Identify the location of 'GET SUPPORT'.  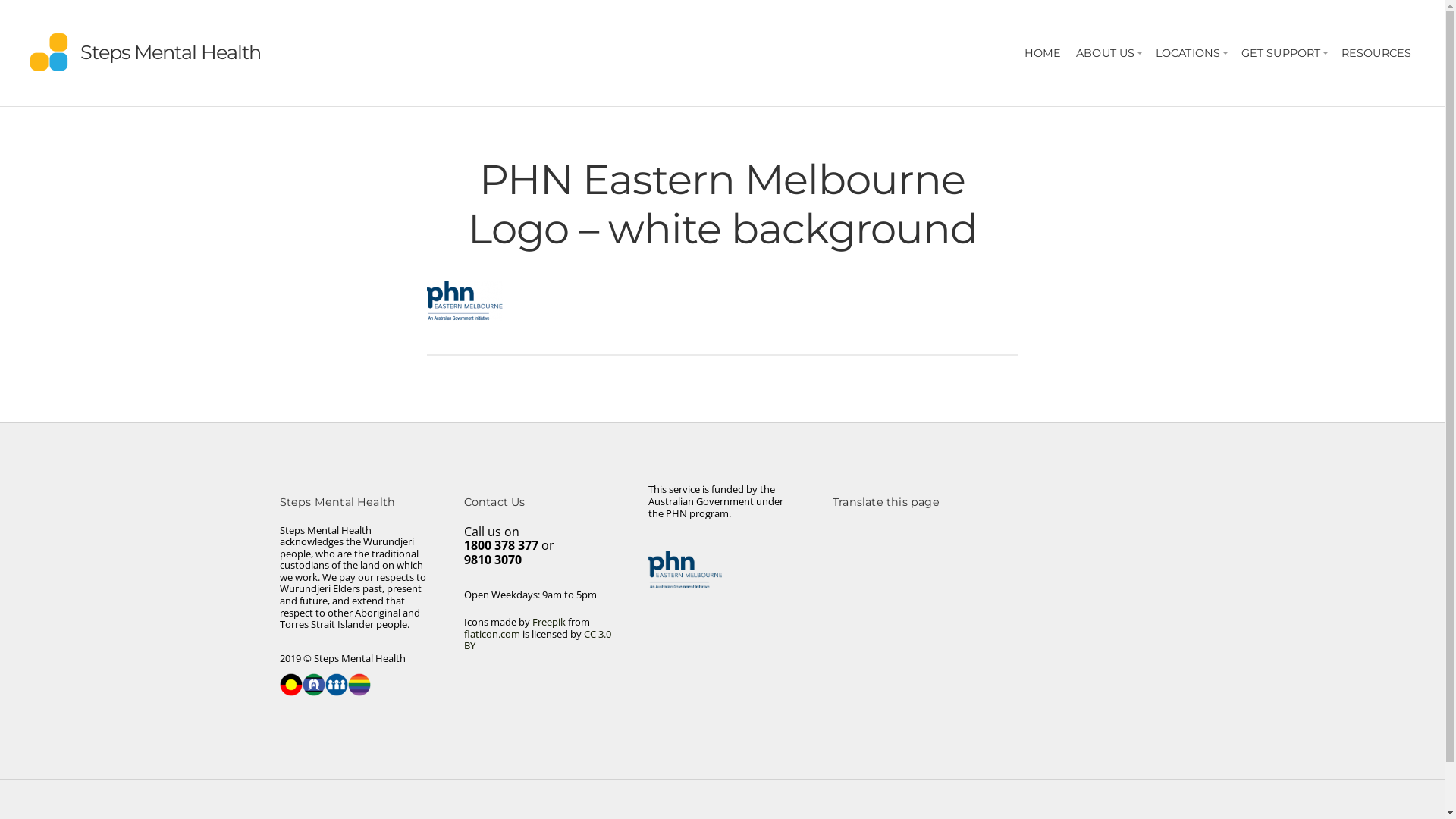
(1235, 52).